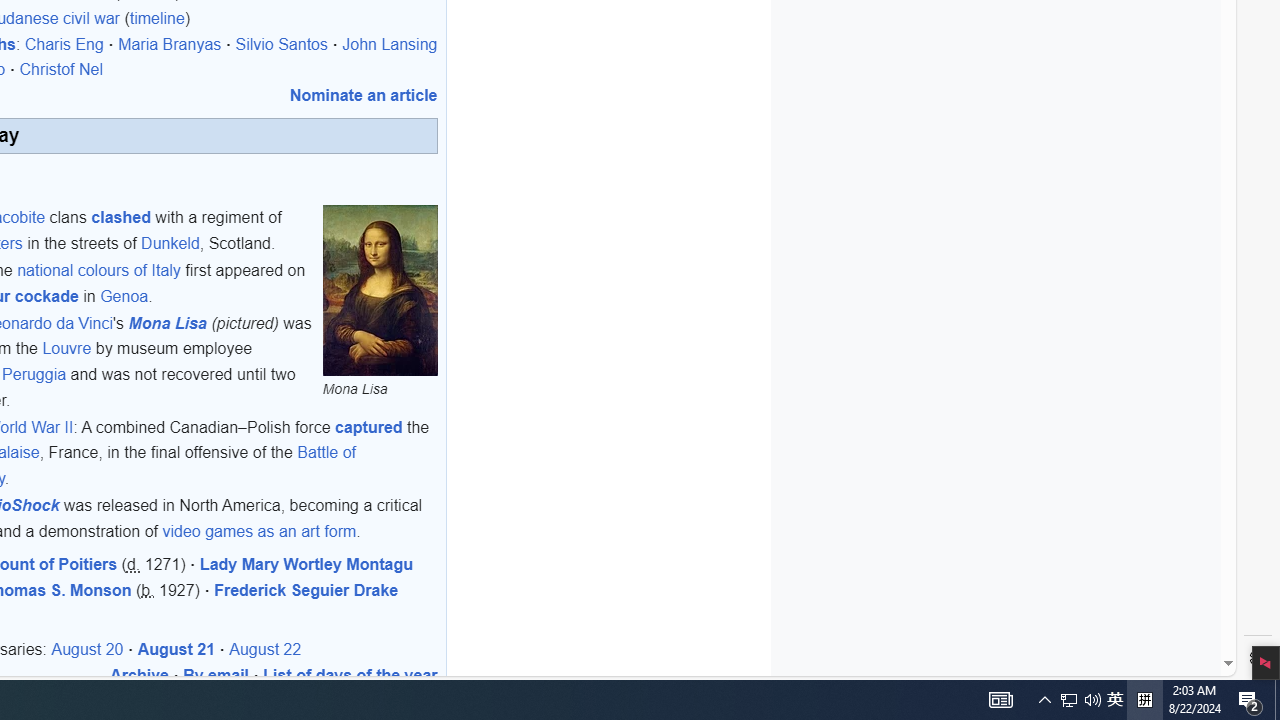  Describe the element at coordinates (156, 19) in the screenshot. I see `'timeline'` at that location.